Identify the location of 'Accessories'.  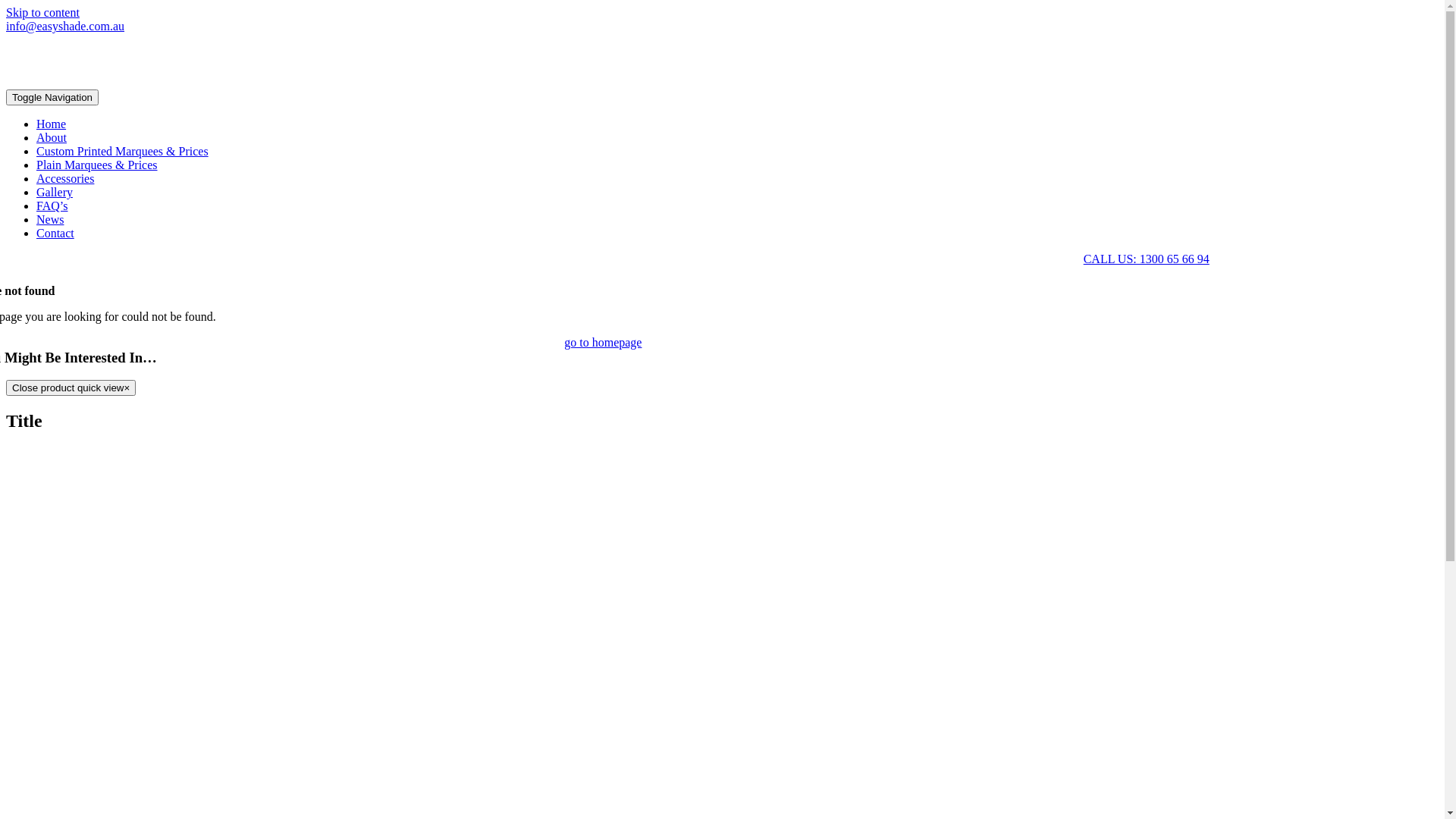
(36, 177).